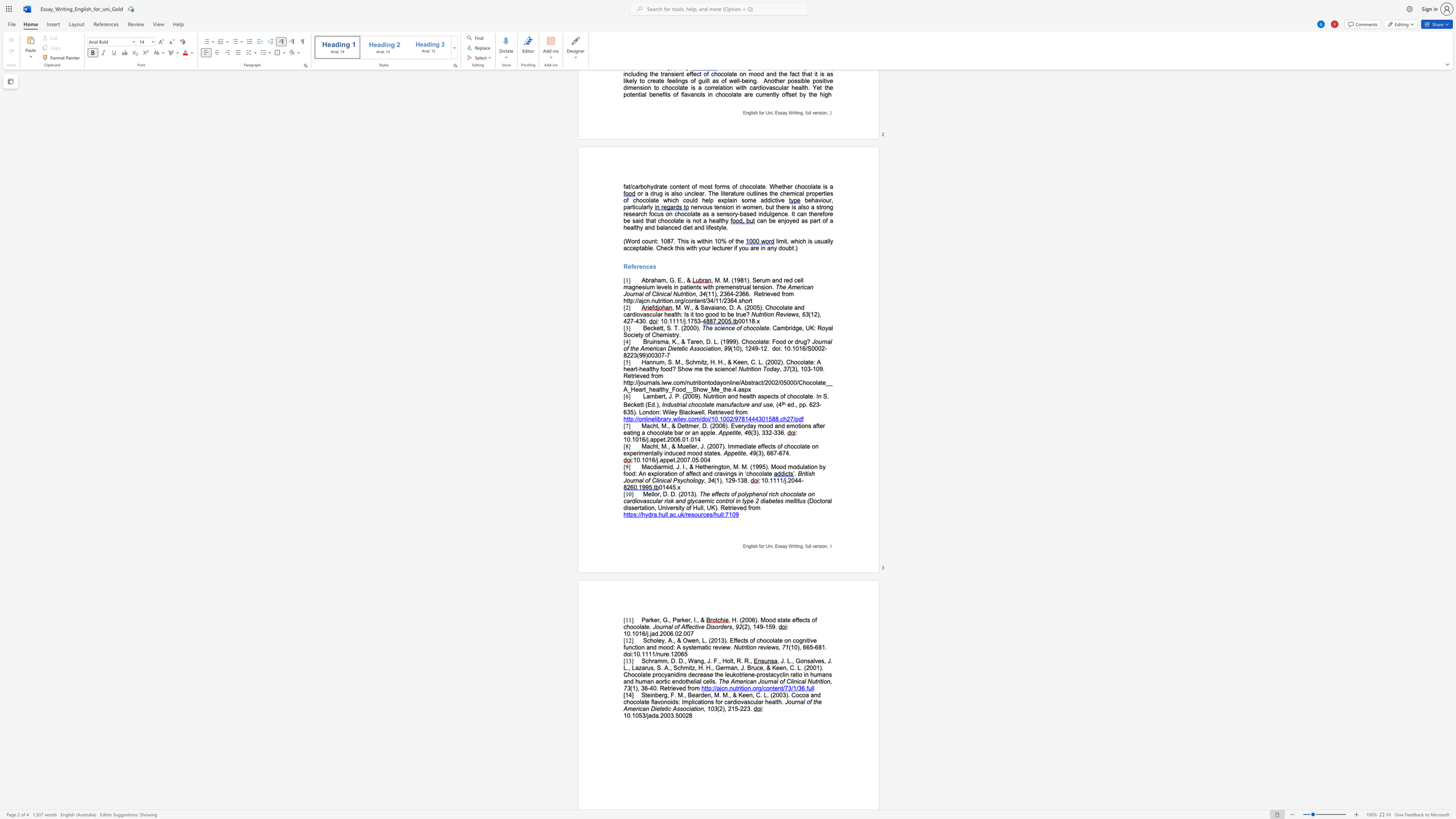 The image size is (1456, 819). What do you see at coordinates (631, 508) in the screenshot?
I see `the subset text "sertation, University of Hull, UK" within the text "(Doctoral dissertation, University of Hull, UK). Retrieved from"` at bounding box center [631, 508].